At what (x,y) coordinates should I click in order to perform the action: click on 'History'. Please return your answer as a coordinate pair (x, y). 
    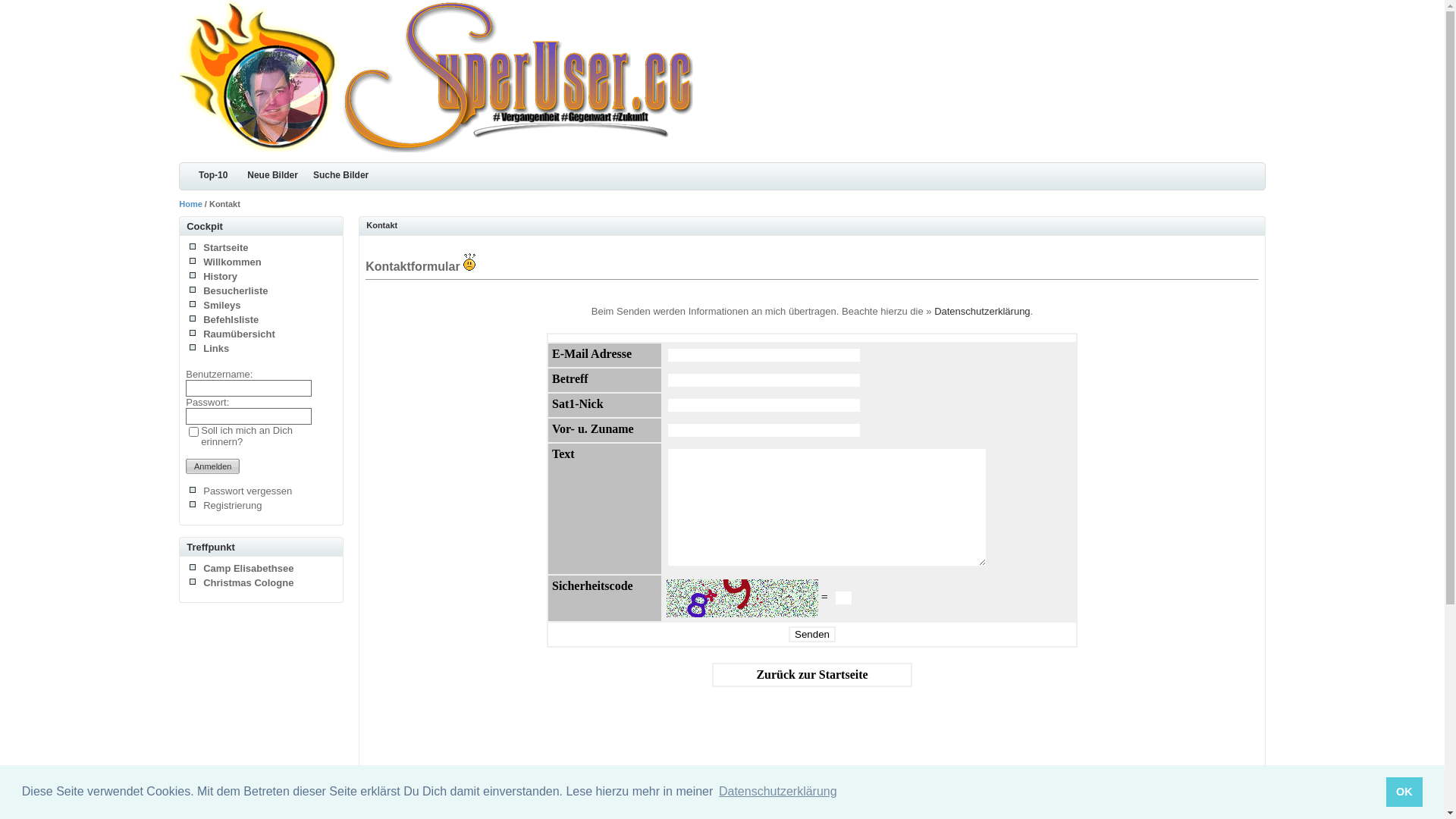
    Looking at the image, I should click on (219, 276).